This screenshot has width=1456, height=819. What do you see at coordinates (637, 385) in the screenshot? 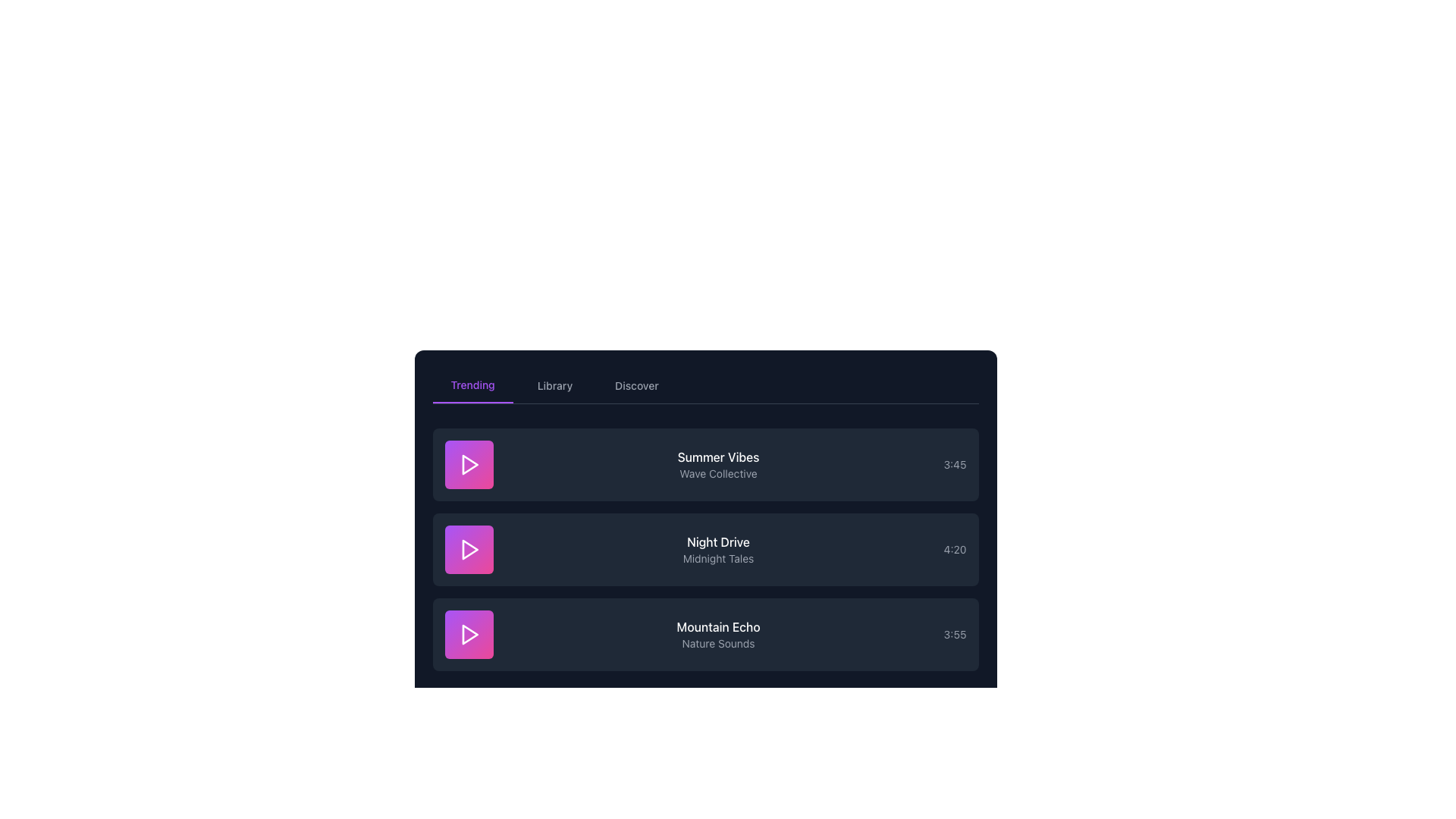
I see `the 'Discover' navigation tab, the third tab in the horizontal navigation bar` at bounding box center [637, 385].